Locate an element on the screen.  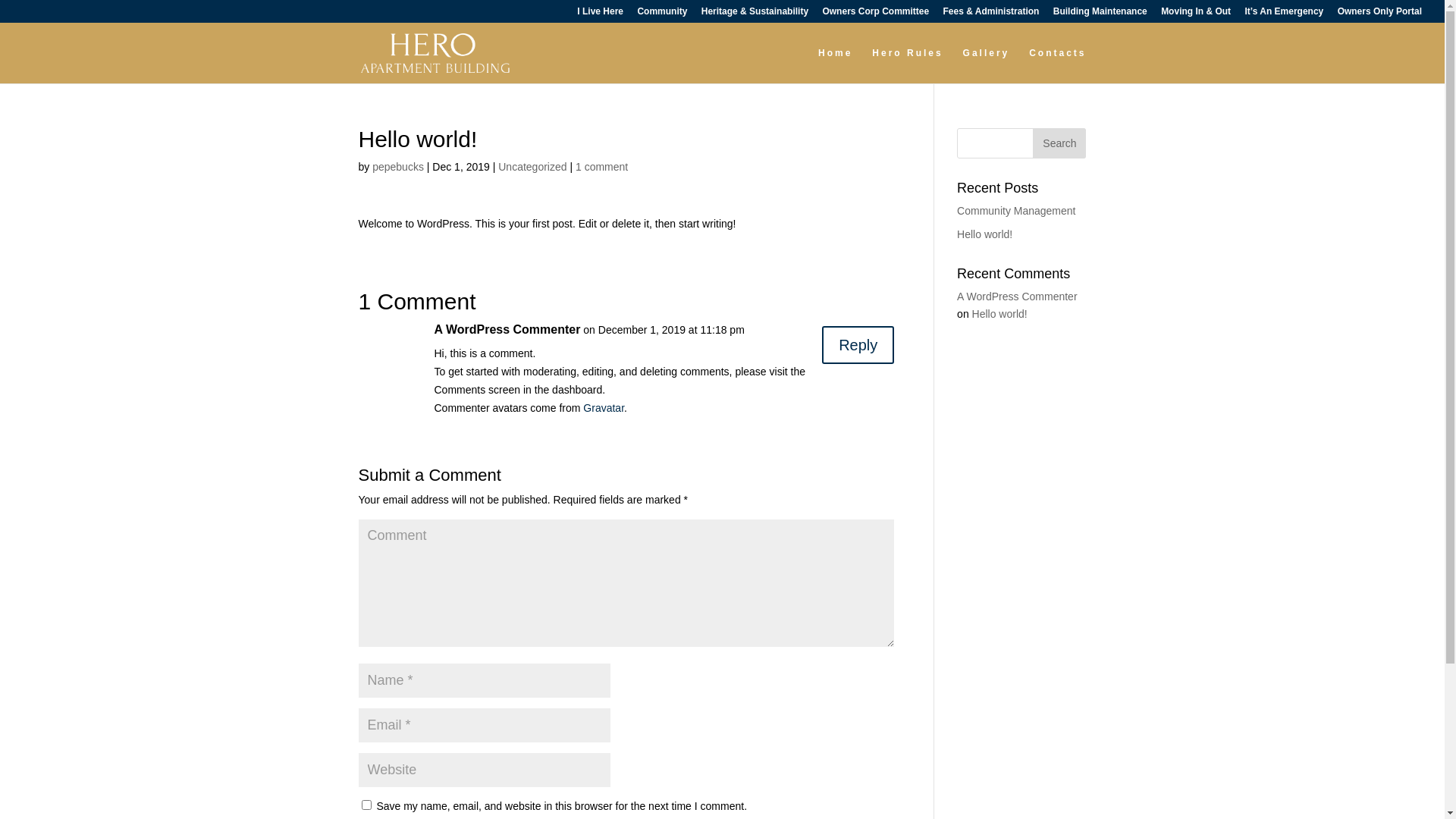
'Gallery' is located at coordinates (962, 64).